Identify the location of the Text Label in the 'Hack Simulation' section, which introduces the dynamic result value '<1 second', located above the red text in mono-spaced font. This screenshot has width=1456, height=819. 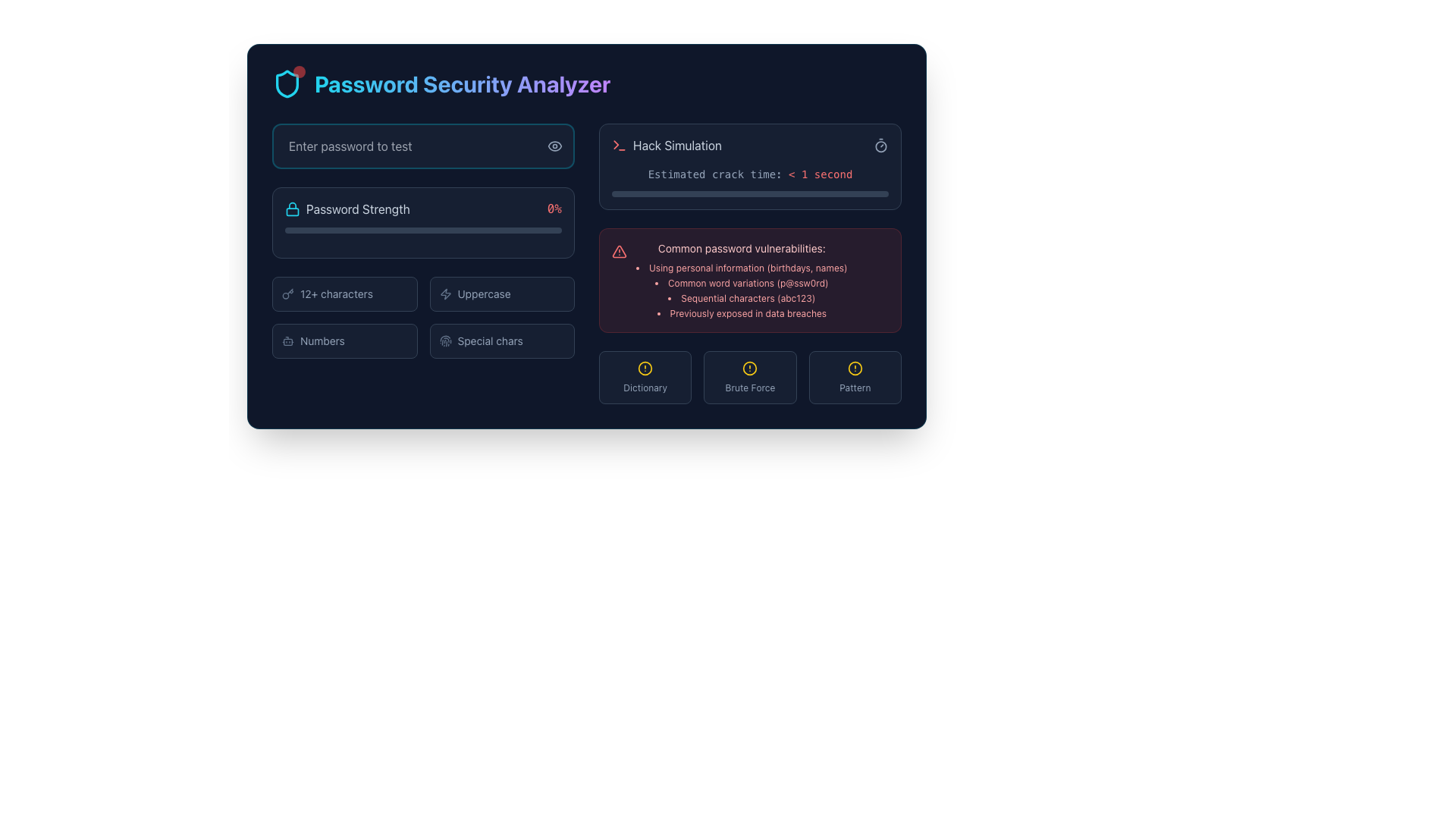
(717, 174).